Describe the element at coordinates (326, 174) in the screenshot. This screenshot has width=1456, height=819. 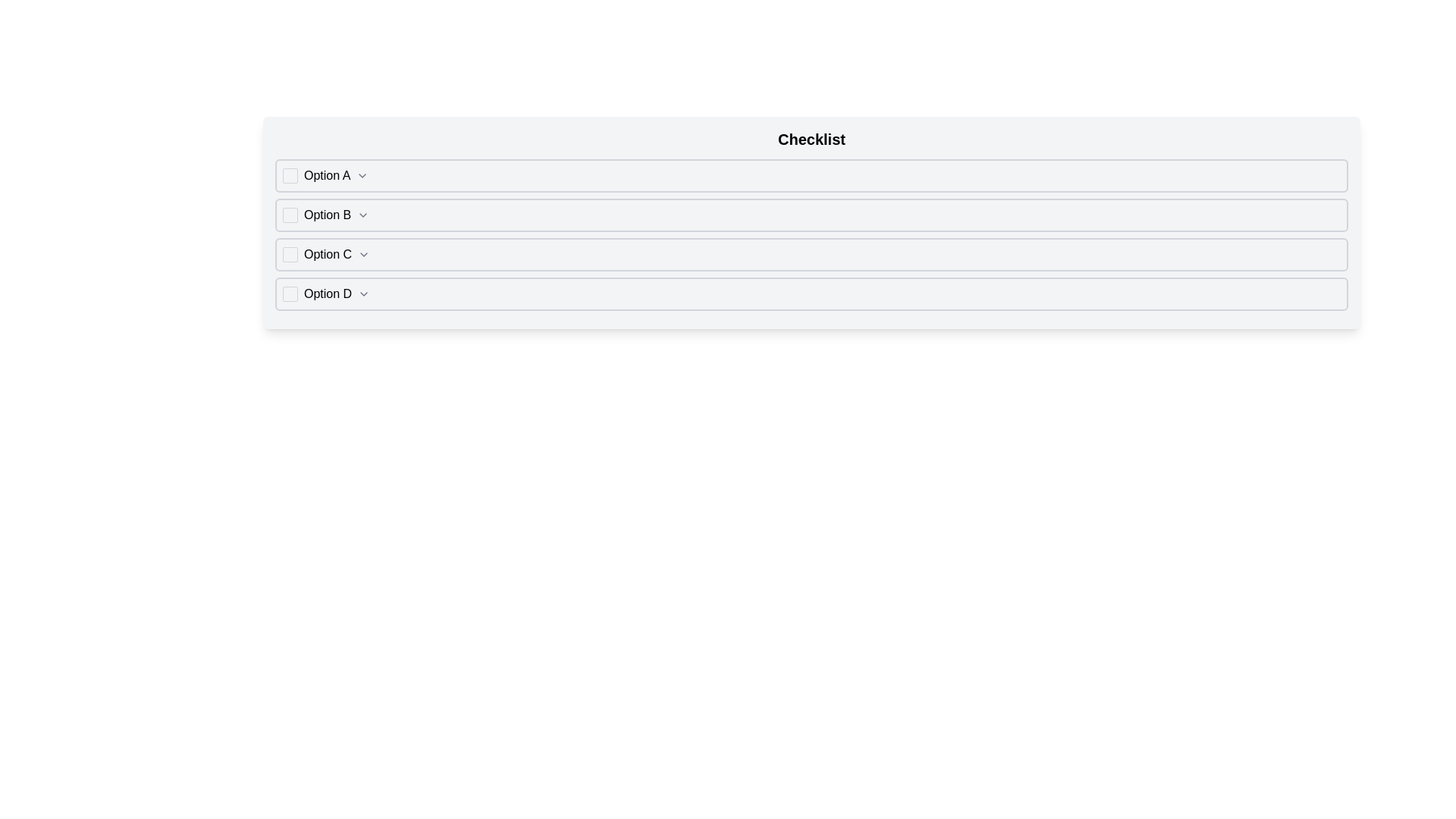
I see `the text label displaying 'Option A', which is part of the 'Checklist' list and located next to a checkbox and a downward chevron icon` at that location.